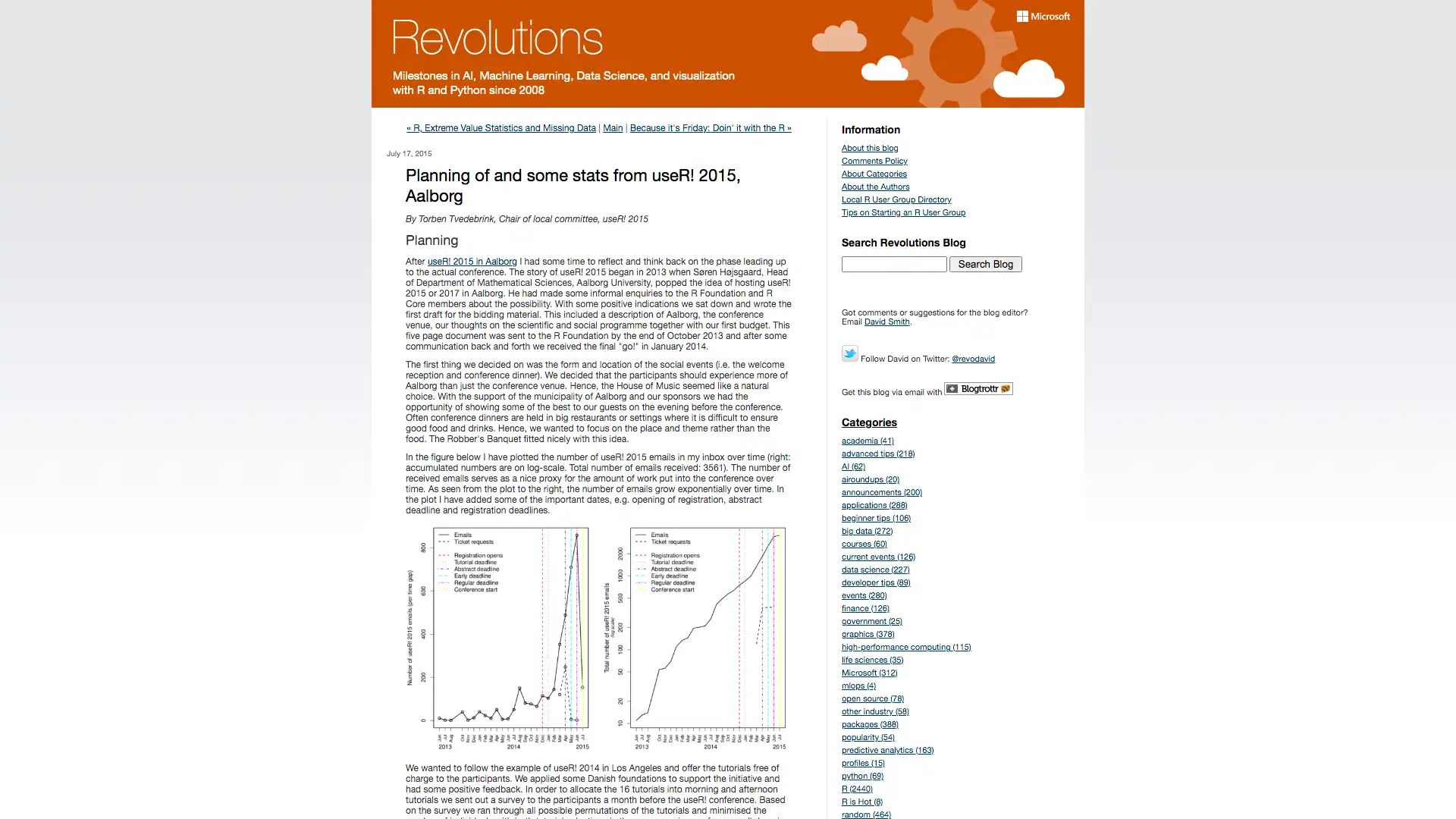  I want to click on Search Blog, so click(986, 263).